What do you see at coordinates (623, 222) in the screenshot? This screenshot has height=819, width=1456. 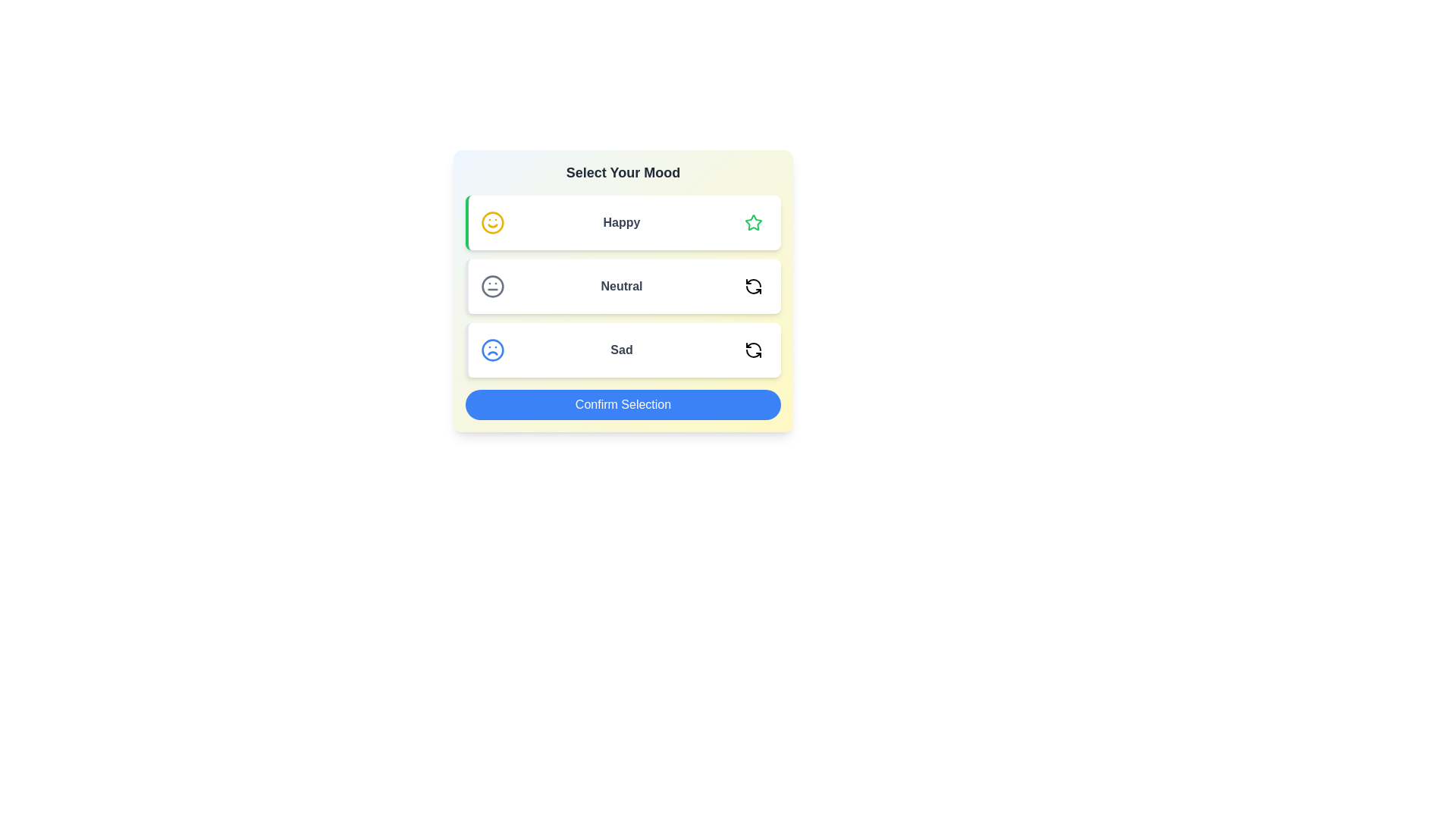 I see `the Happy option to observe its hover effect` at bounding box center [623, 222].